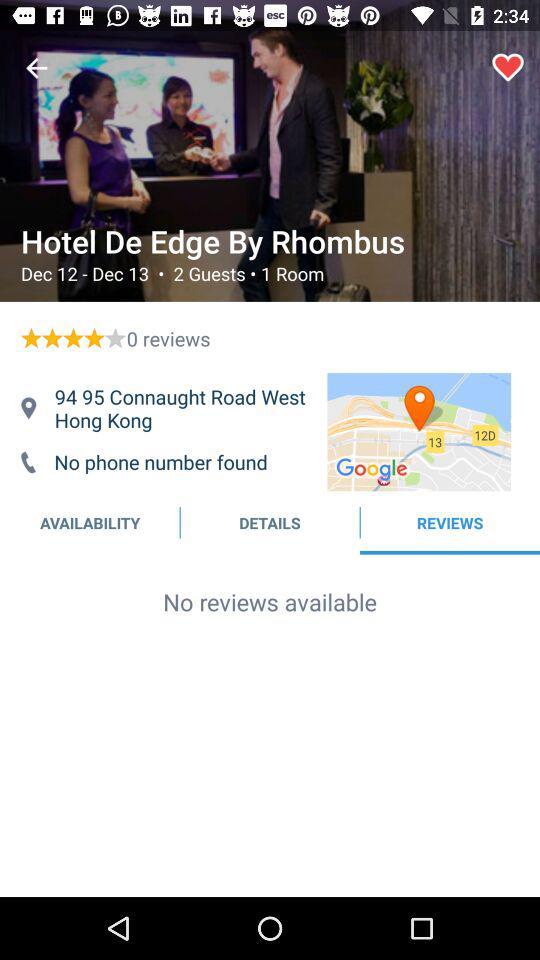 This screenshot has width=540, height=960. I want to click on the location icon left to 94, so click(27, 407).